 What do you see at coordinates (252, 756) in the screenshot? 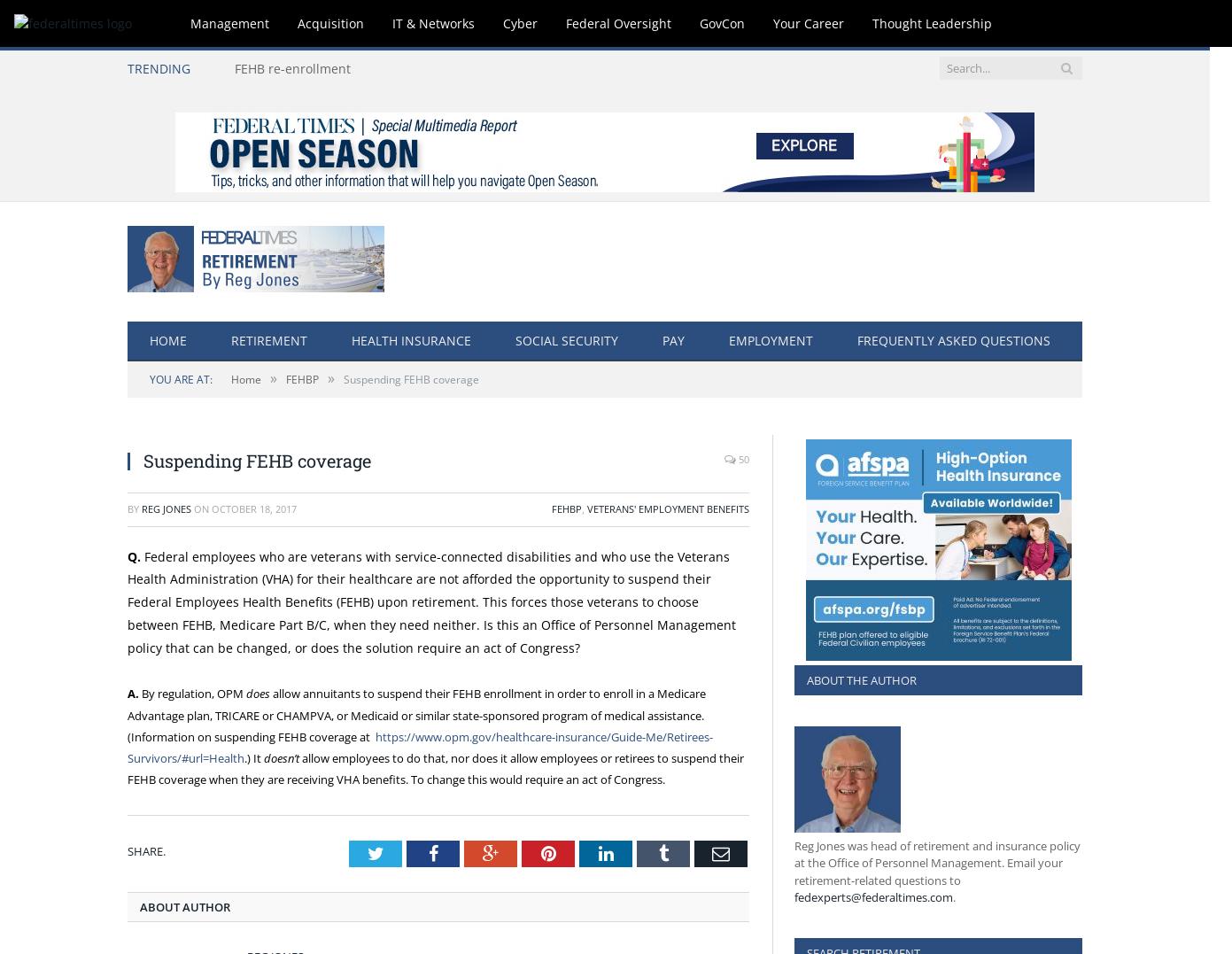
I see `'.) It'` at bounding box center [252, 756].